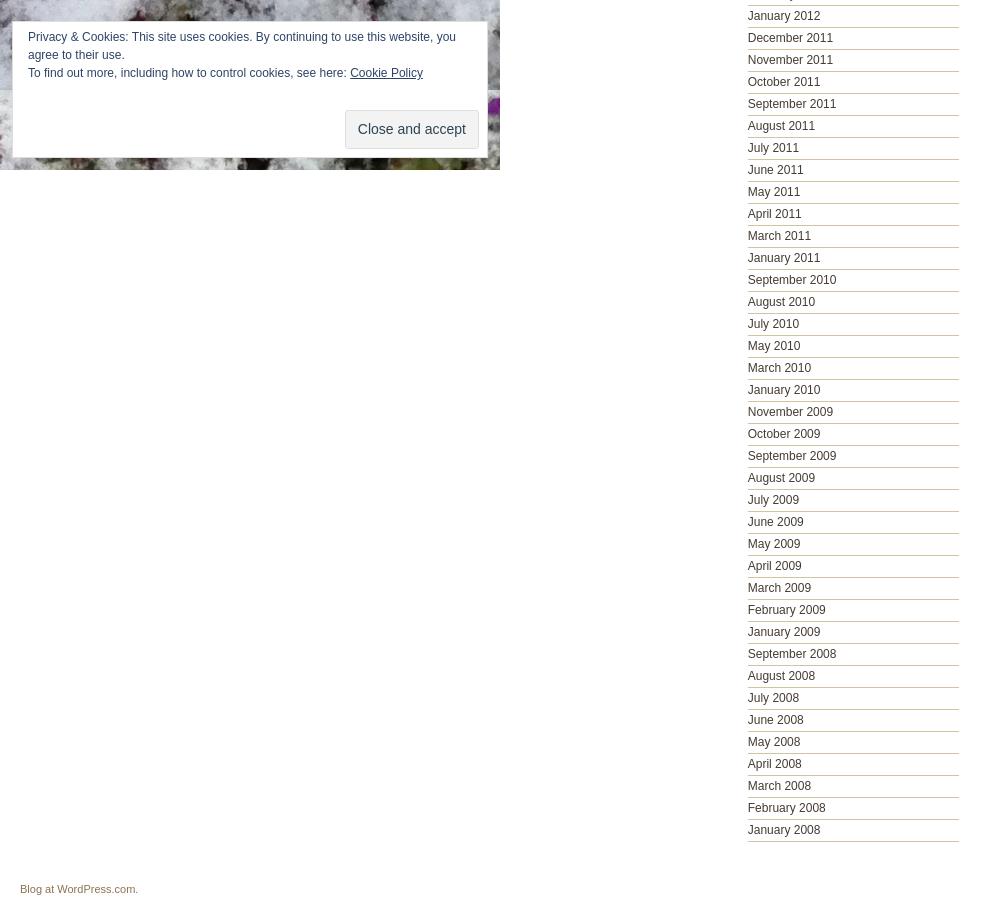  I want to click on 'March 2010', so click(779, 367).